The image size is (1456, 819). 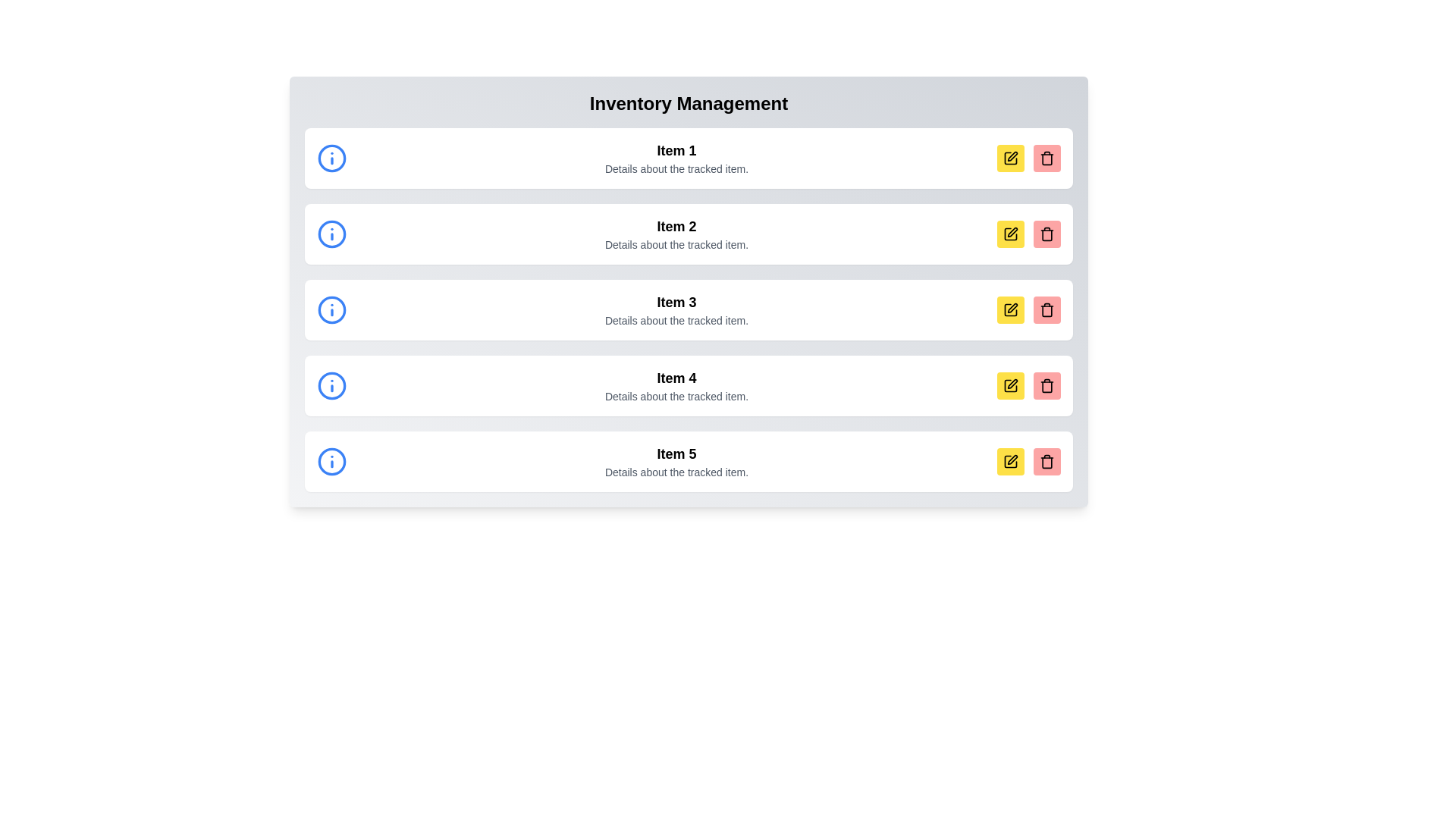 I want to click on the fourth row of the list item in the inventory management system, so click(x=676, y=385).